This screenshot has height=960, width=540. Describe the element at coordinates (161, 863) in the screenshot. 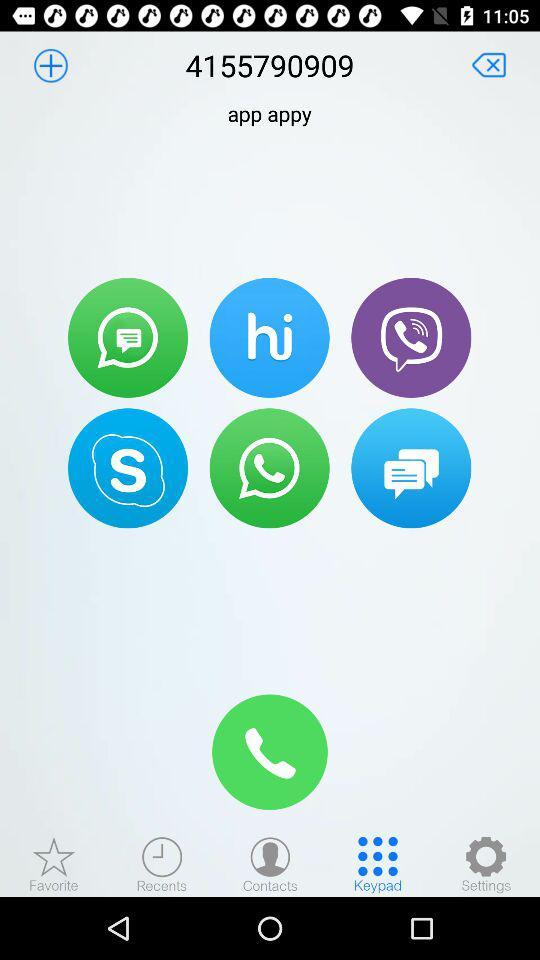

I see `open recent` at that location.